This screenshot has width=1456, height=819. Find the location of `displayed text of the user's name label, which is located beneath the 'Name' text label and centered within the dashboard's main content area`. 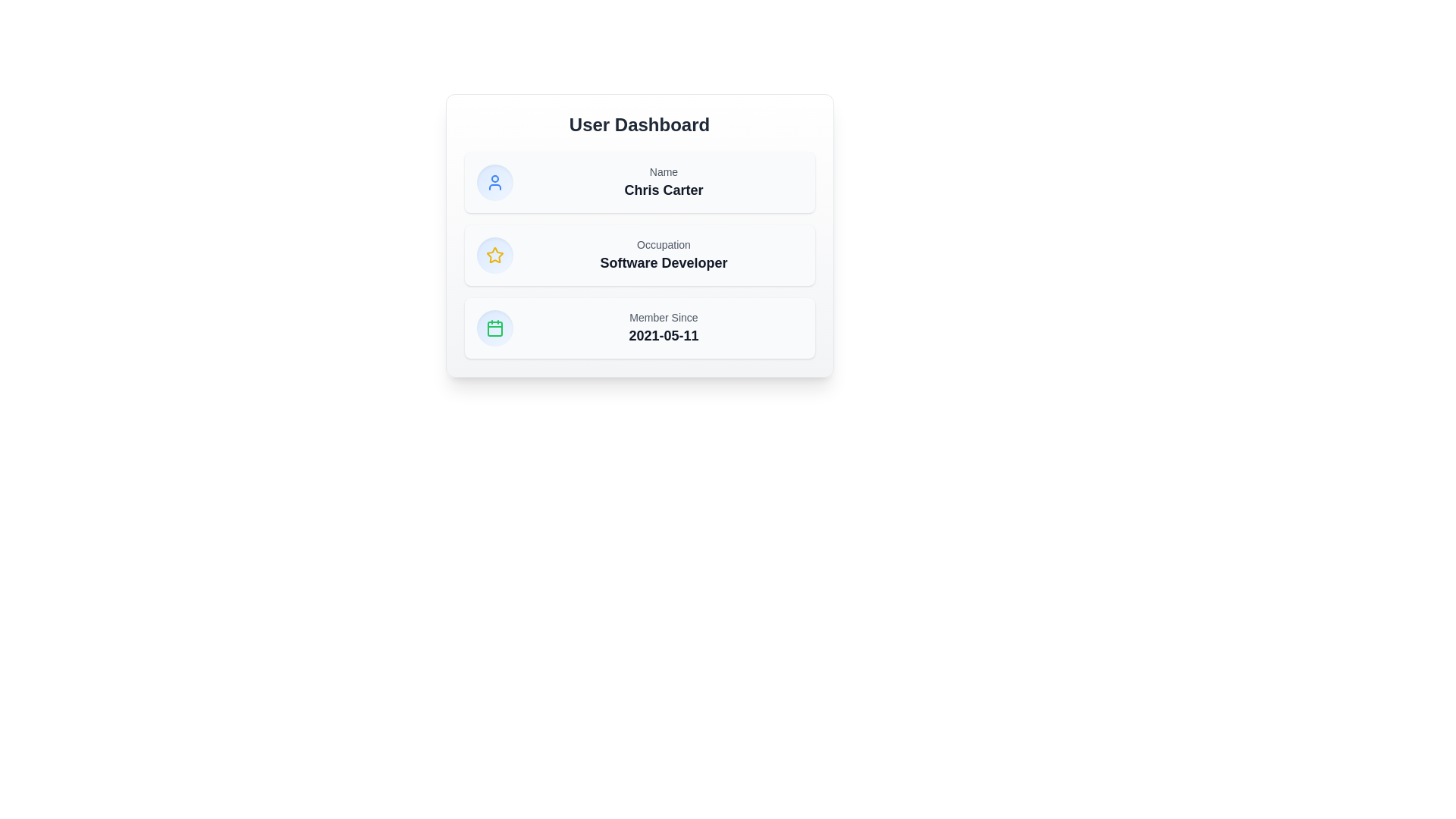

displayed text of the user's name label, which is located beneath the 'Name' text label and centered within the dashboard's main content area is located at coordinates (664, 189).